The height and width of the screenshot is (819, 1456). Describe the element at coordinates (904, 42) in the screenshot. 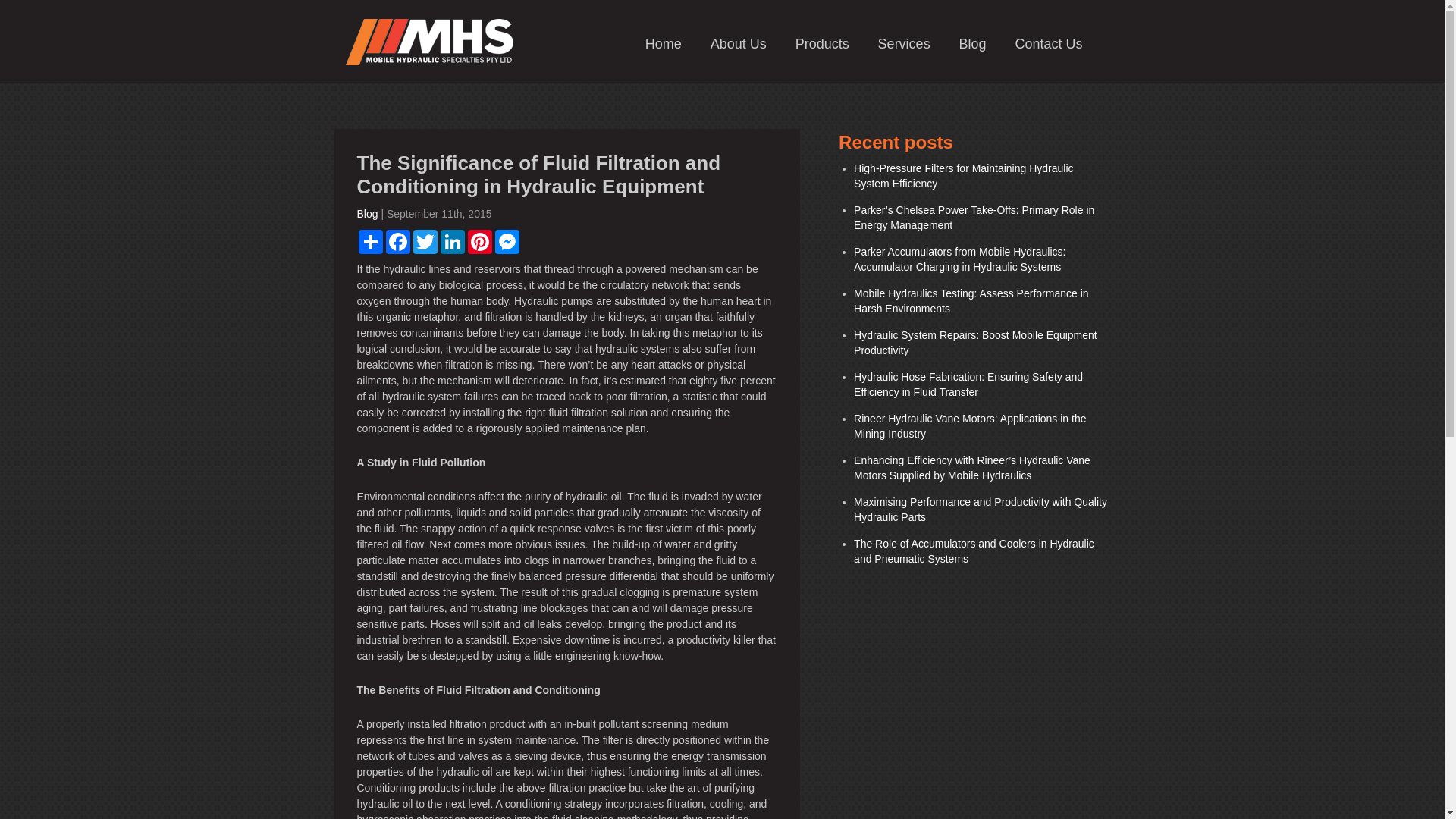

I see `'Services'` at that location.